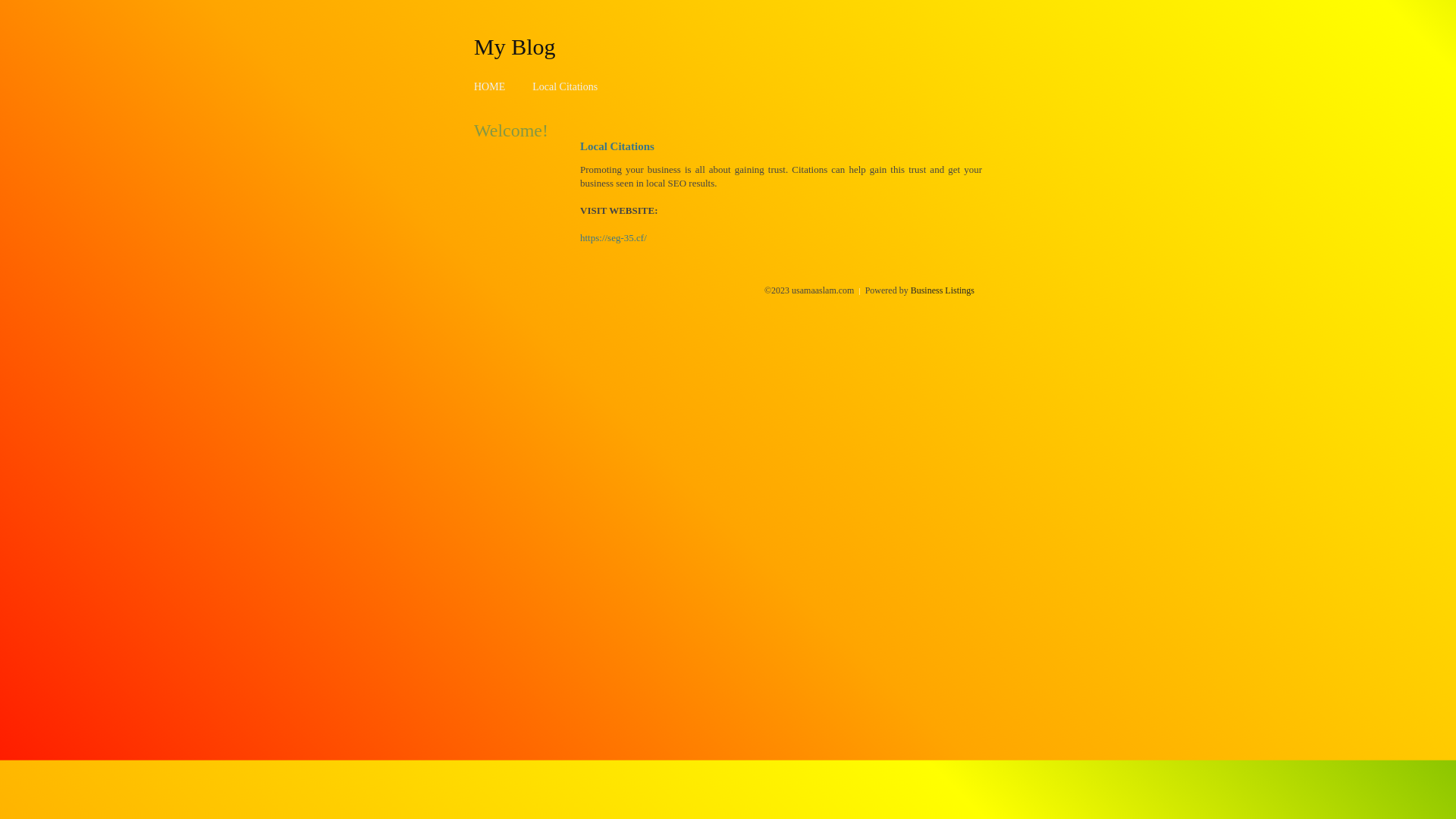 The image size is (1456, 819). I want to click on 'Local Citations', so click(563, 86).